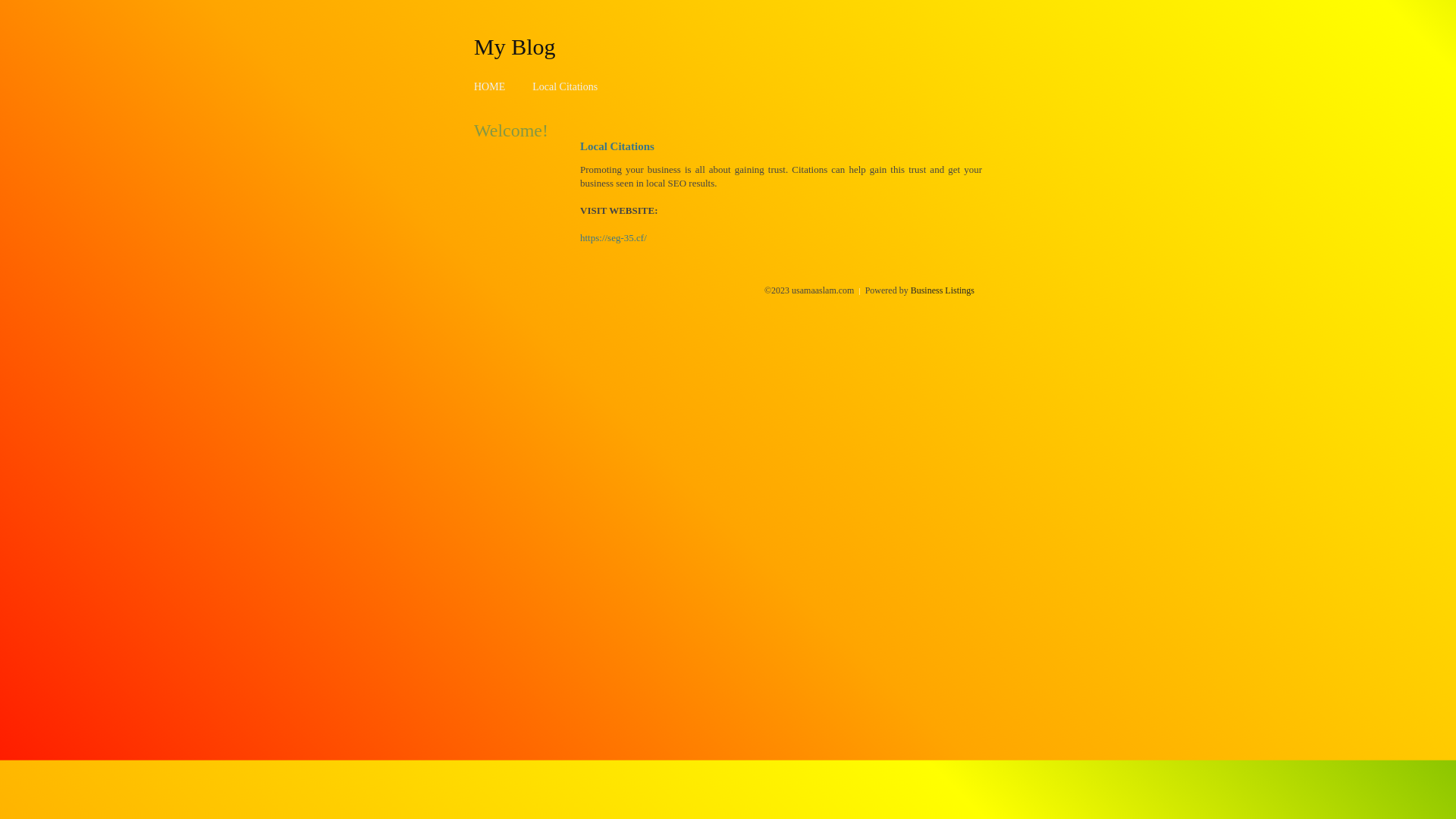 The image size is (1456, 819). I want to click on 'Local Citations', so click(563, 86).